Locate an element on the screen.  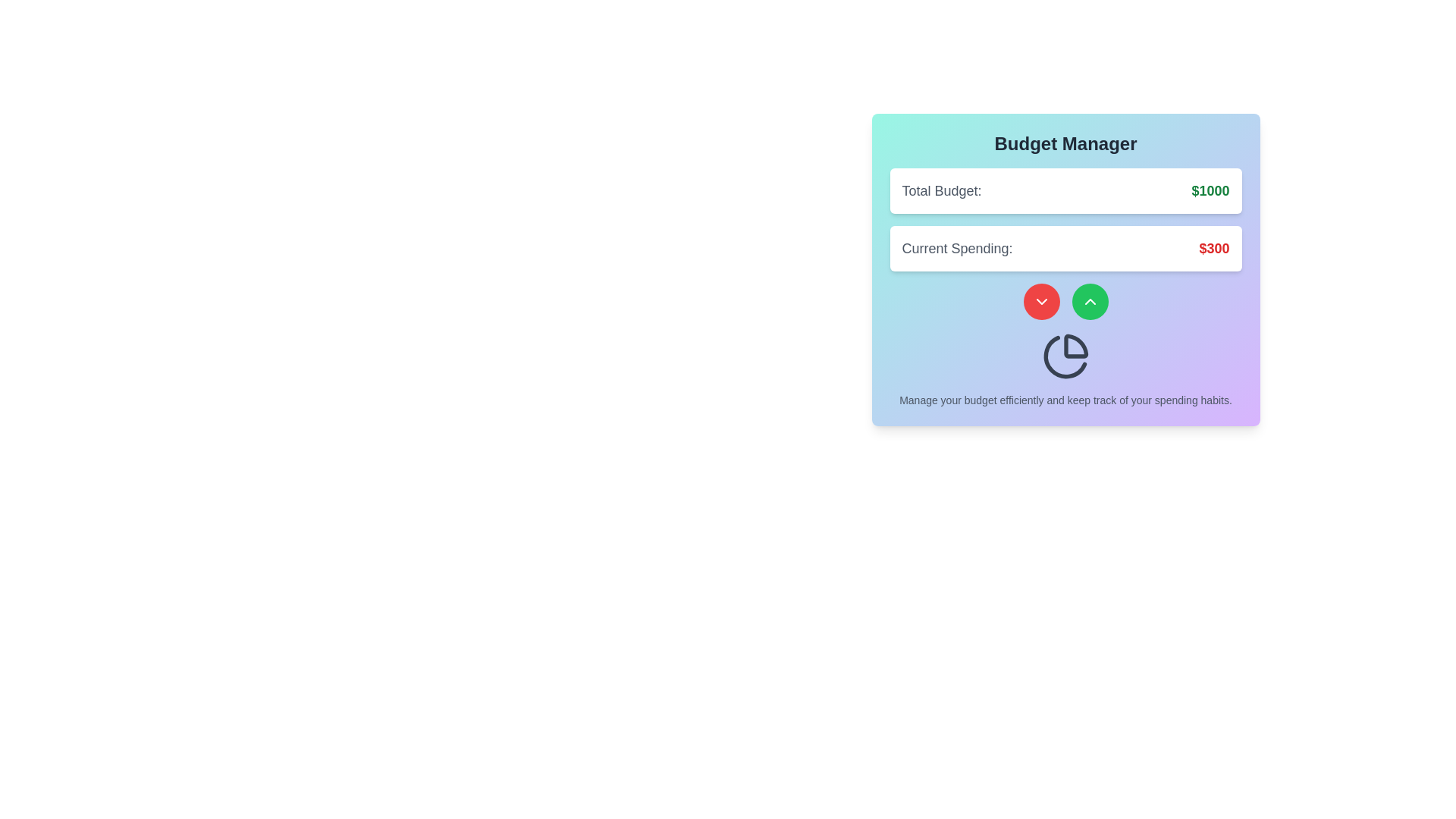
the Information display box that shows the total budget information, positioned within the 'Budget Manager' card, above the 'Current Spending:' section is located at coordinates (1065, 190).